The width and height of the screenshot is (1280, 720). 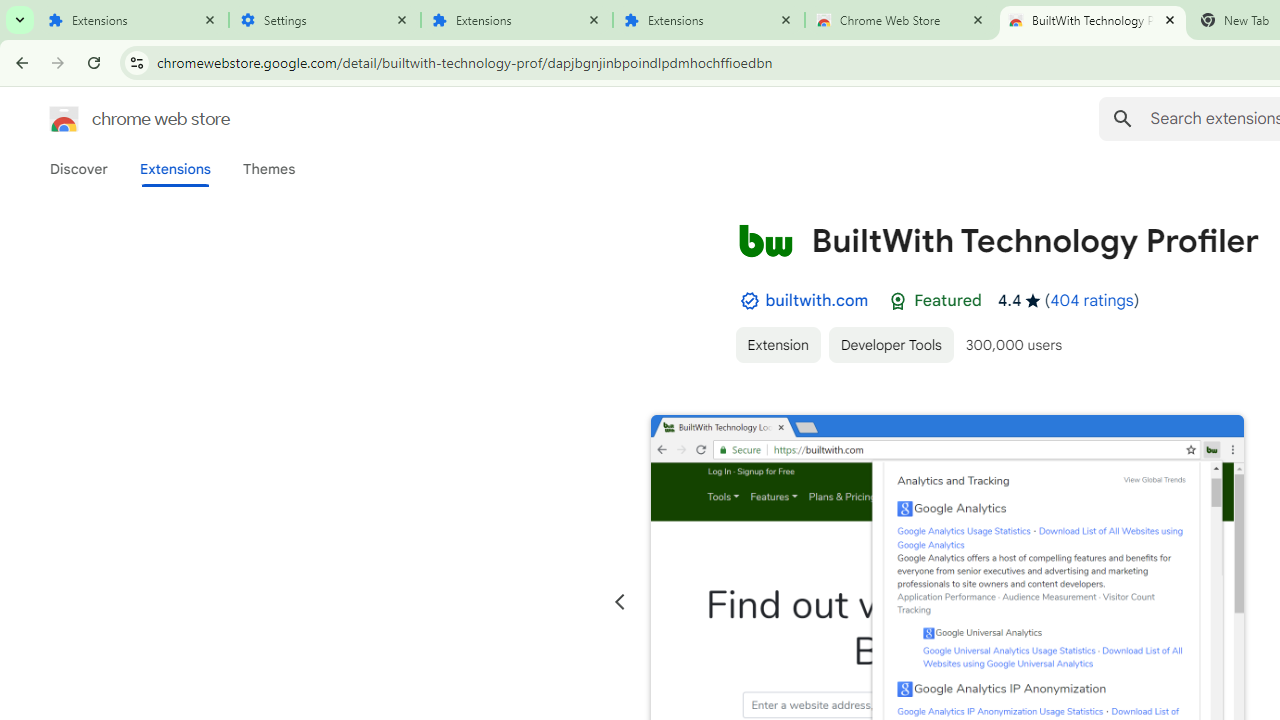 What do you see at coordinates (1090, 300) in the screenshot?
I see `'404 ratings'` at bounding box center [1090, 300].